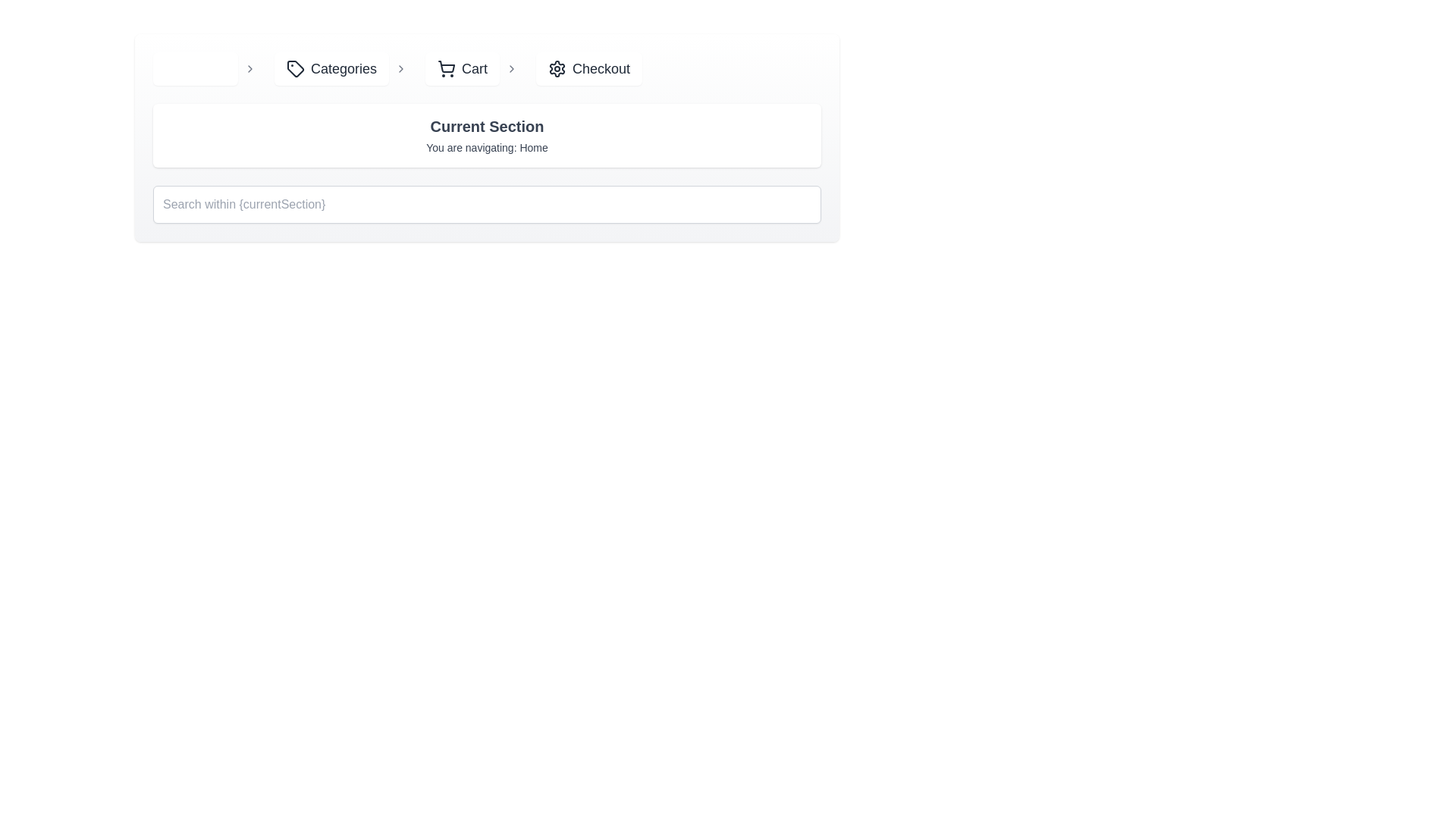 The width and height of the screenshot is (1456, 819). I want to click on the navigational status display text block indicating the user's current location within the website, which shows 'Home', so click(487, 137).